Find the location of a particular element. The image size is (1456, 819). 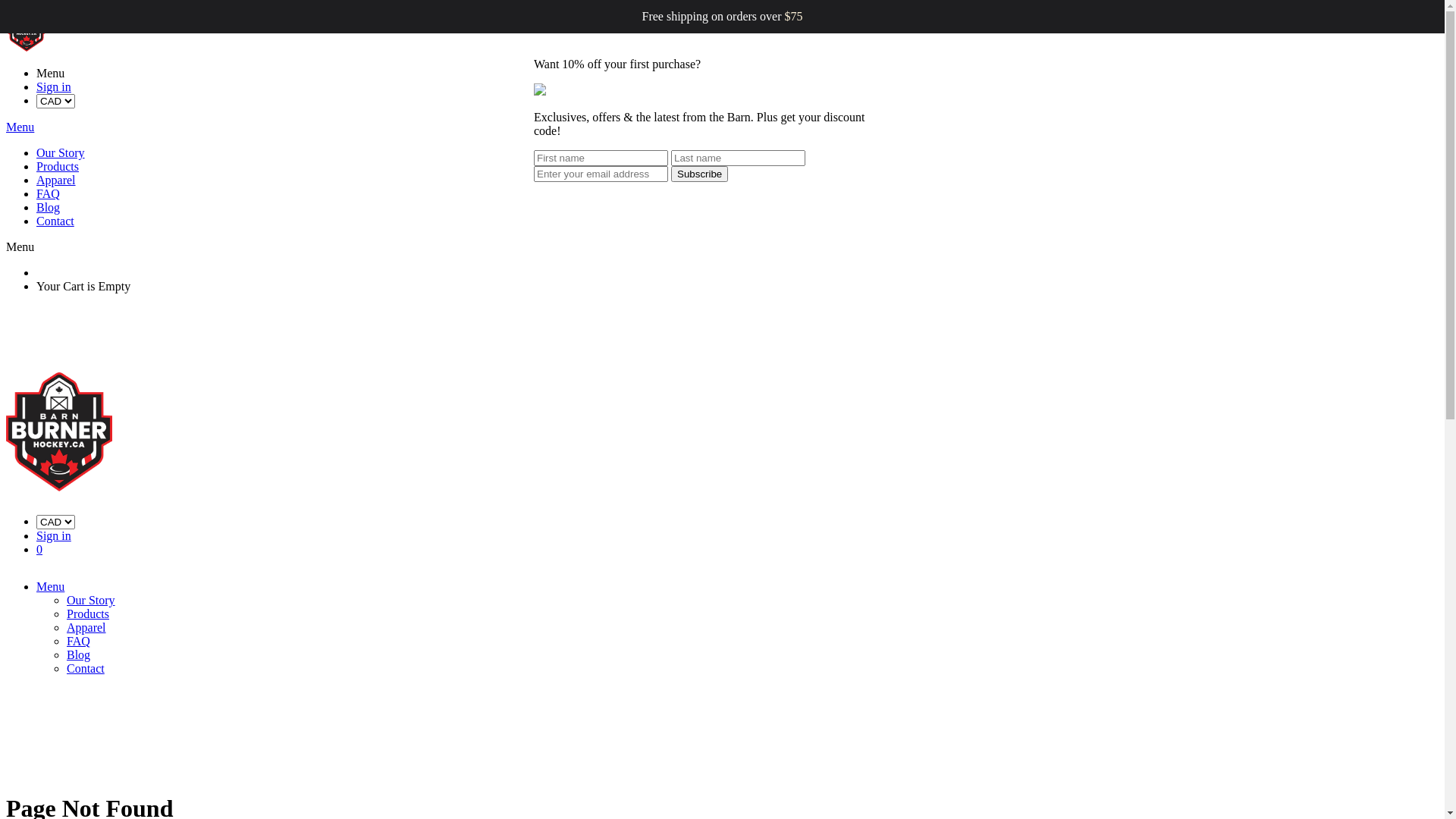

'Products' is located at coordinates (36, 166).